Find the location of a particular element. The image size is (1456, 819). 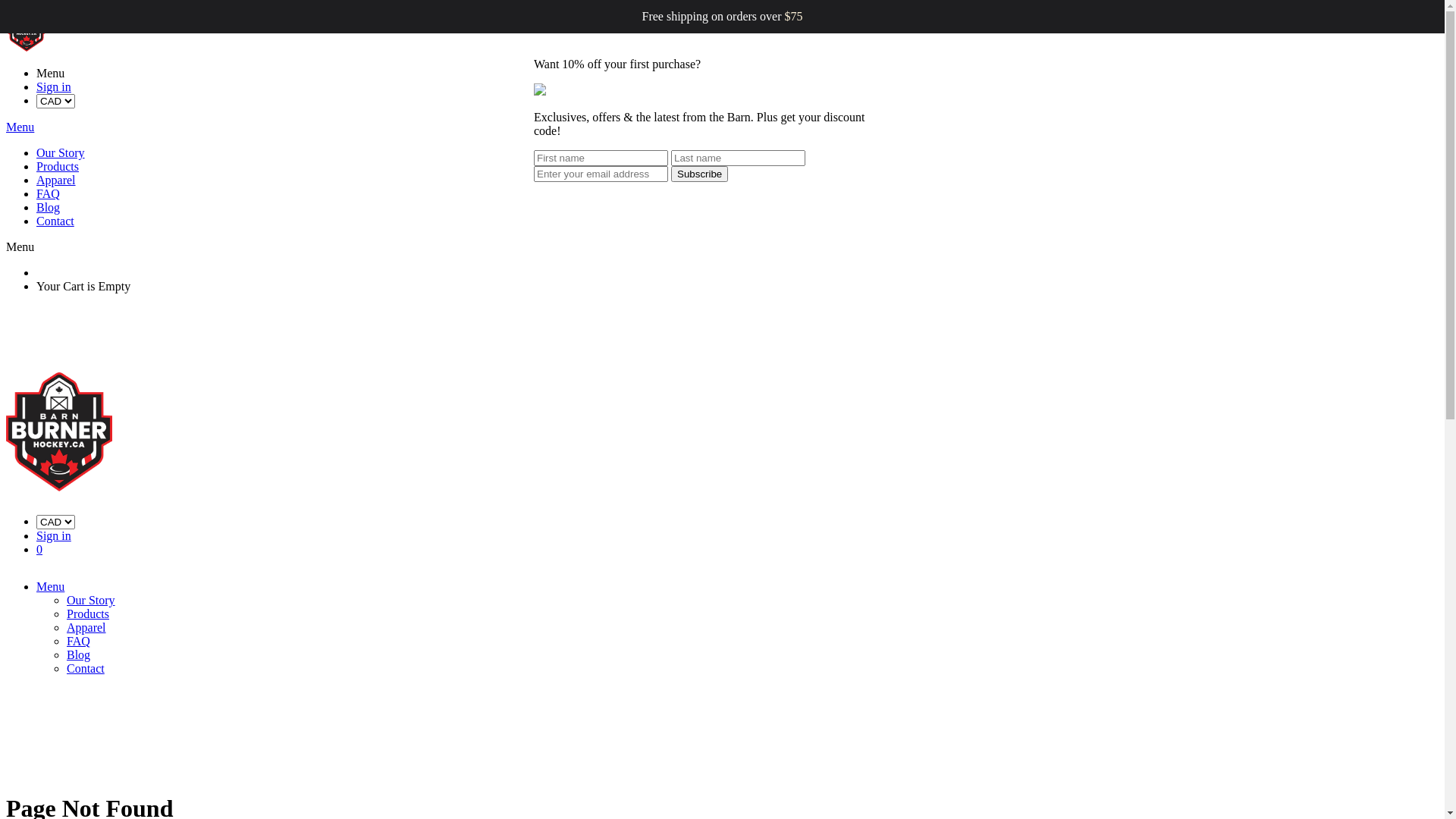

'Products' is located at coordinates (36, 166).